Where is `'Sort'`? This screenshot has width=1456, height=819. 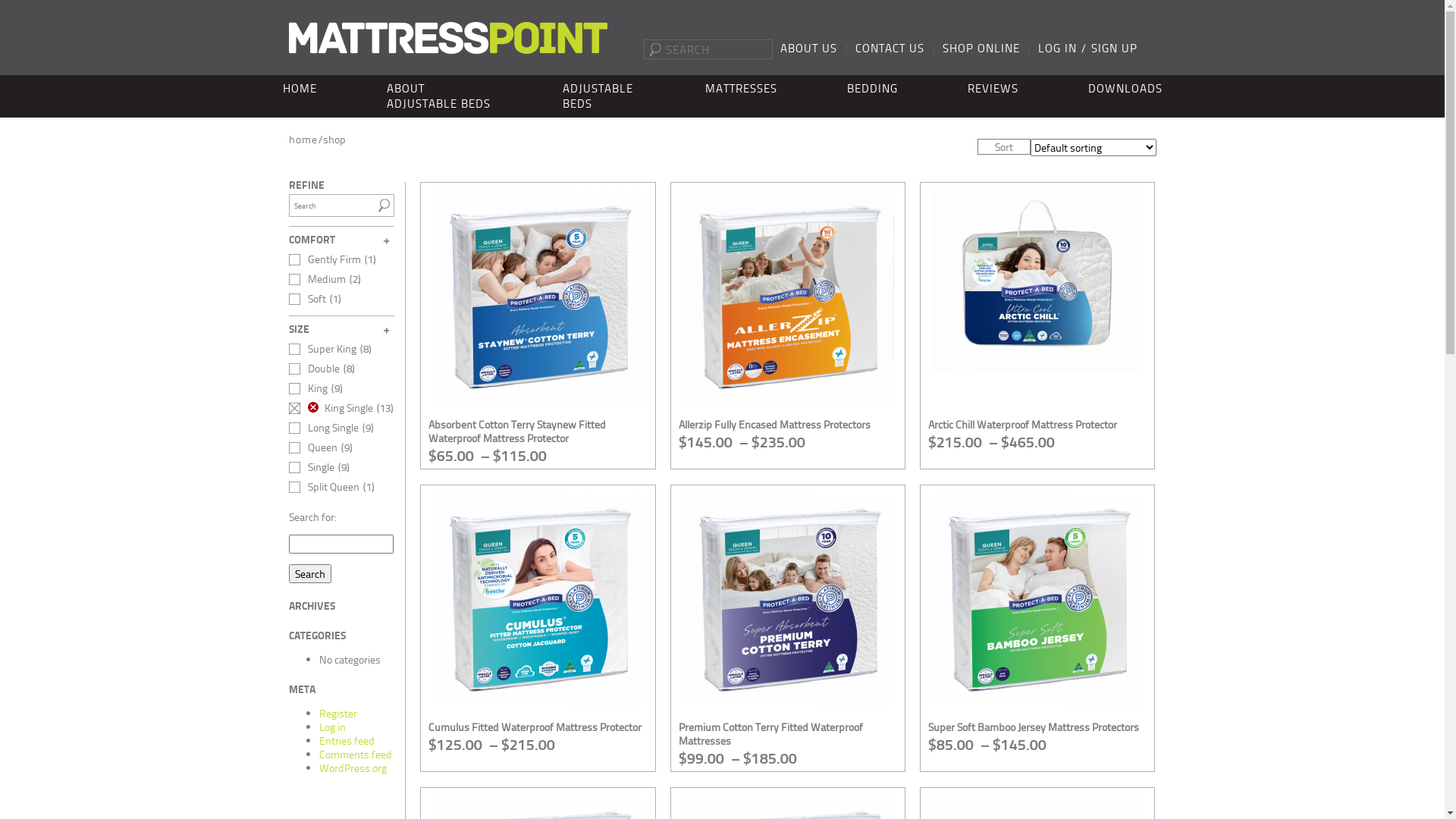
'Sort' is located at coordinates (976, 146).